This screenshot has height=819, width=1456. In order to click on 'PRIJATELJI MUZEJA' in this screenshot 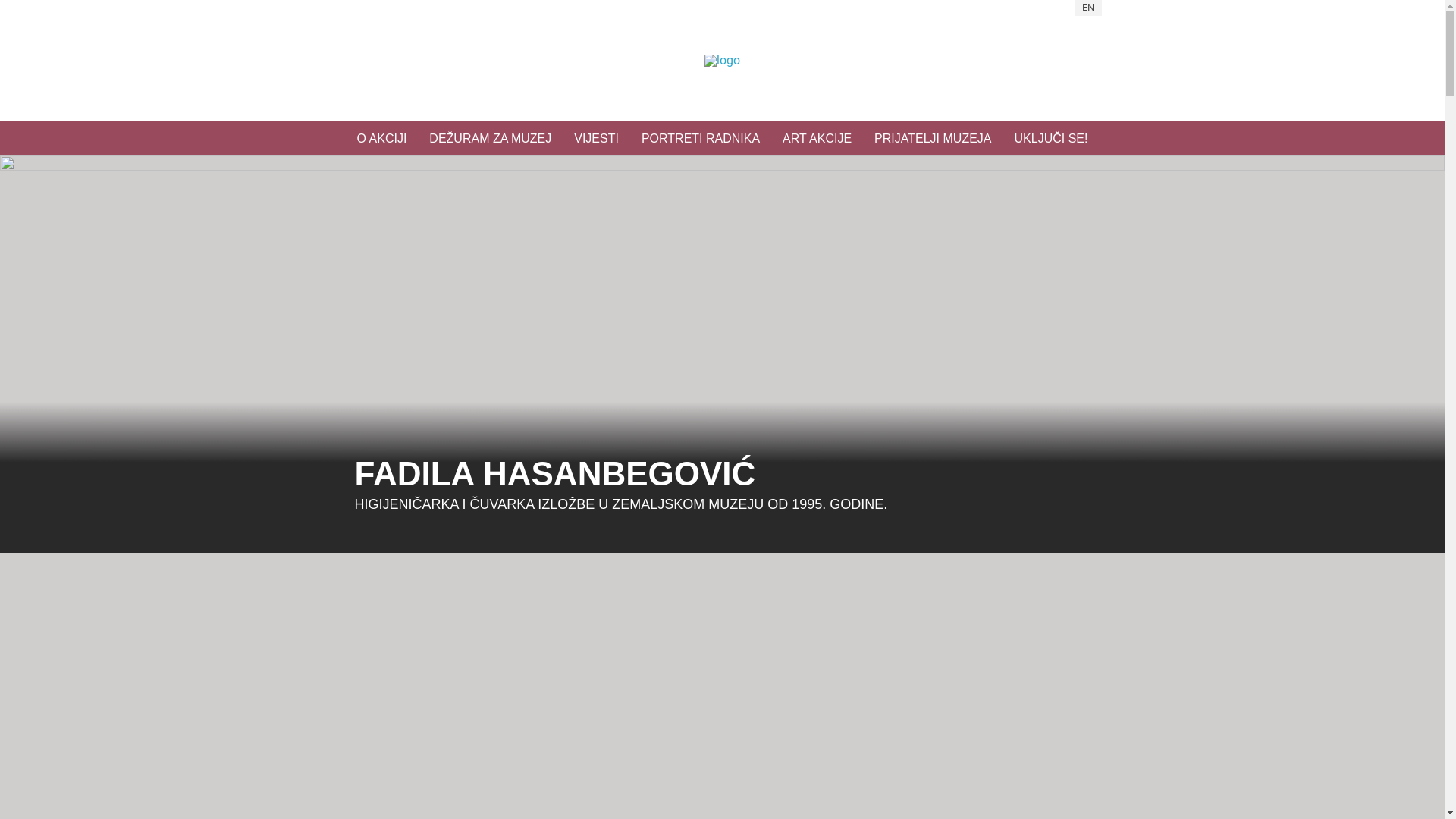, I will do `click(931, 138)`.